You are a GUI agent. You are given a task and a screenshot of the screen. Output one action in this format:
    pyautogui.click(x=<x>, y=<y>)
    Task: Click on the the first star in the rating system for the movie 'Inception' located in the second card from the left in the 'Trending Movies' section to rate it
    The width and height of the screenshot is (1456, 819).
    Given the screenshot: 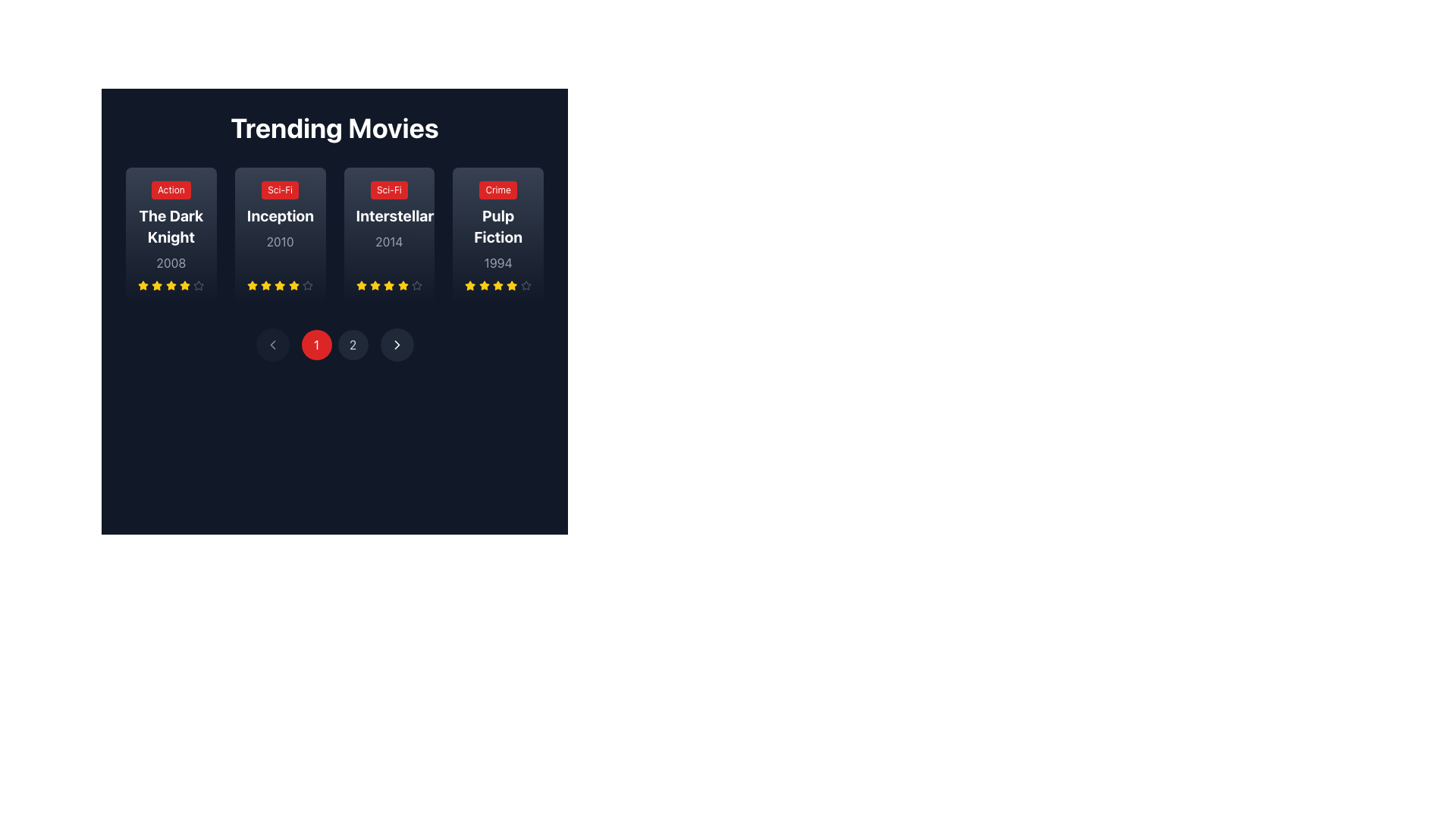 What is the action you would take?
    pyautogui.click(x=252, y=285)
    